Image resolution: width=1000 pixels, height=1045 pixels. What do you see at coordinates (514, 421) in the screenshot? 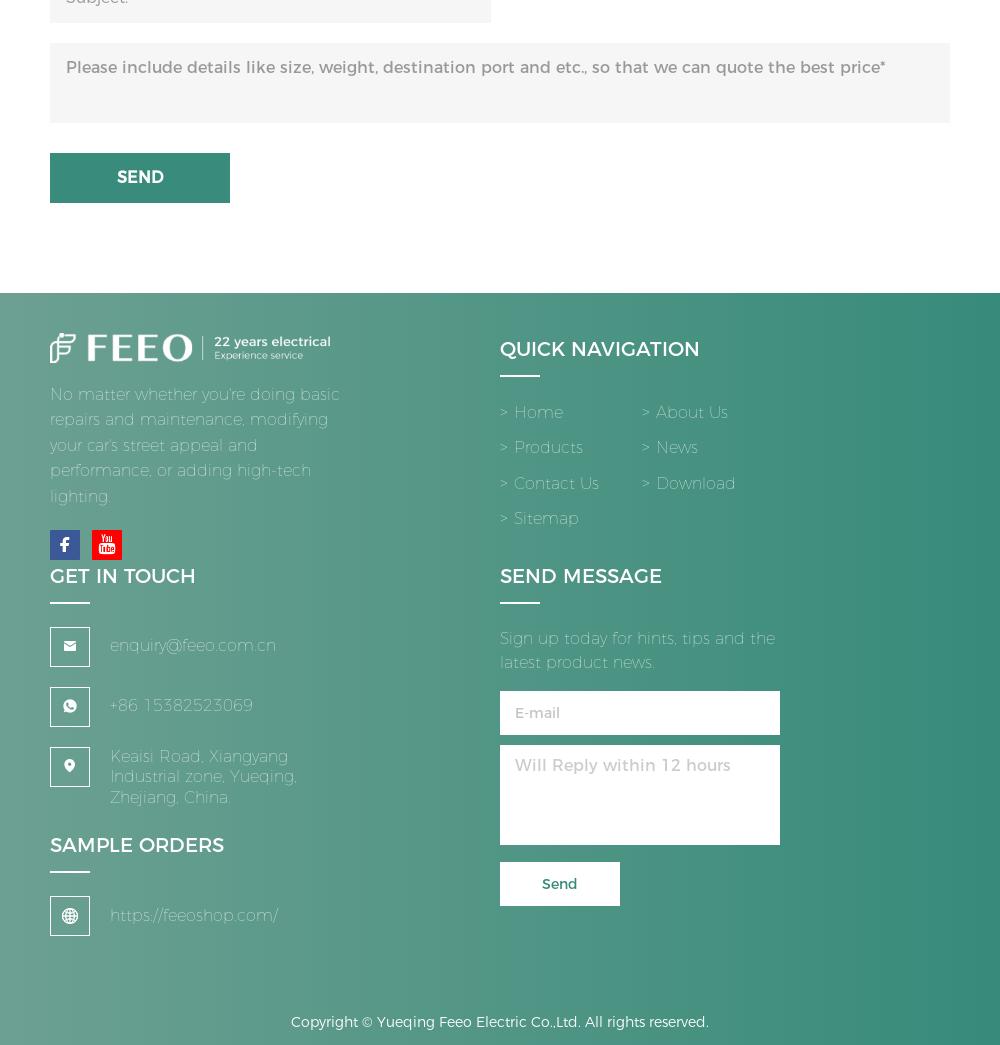
I see `'Home'` at bounding box center [514, 421].